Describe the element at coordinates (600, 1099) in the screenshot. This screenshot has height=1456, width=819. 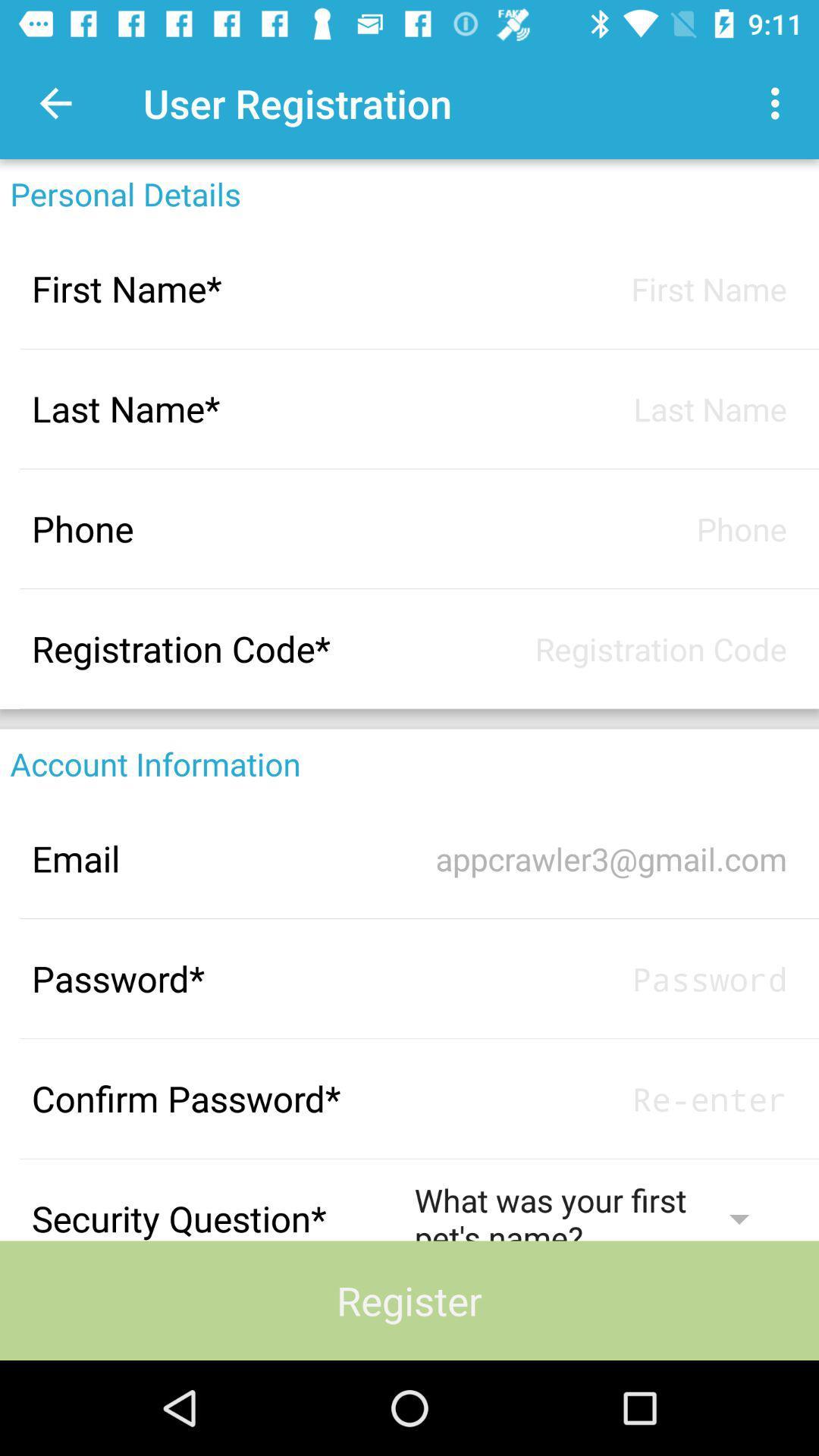
I see `password box` at that location.